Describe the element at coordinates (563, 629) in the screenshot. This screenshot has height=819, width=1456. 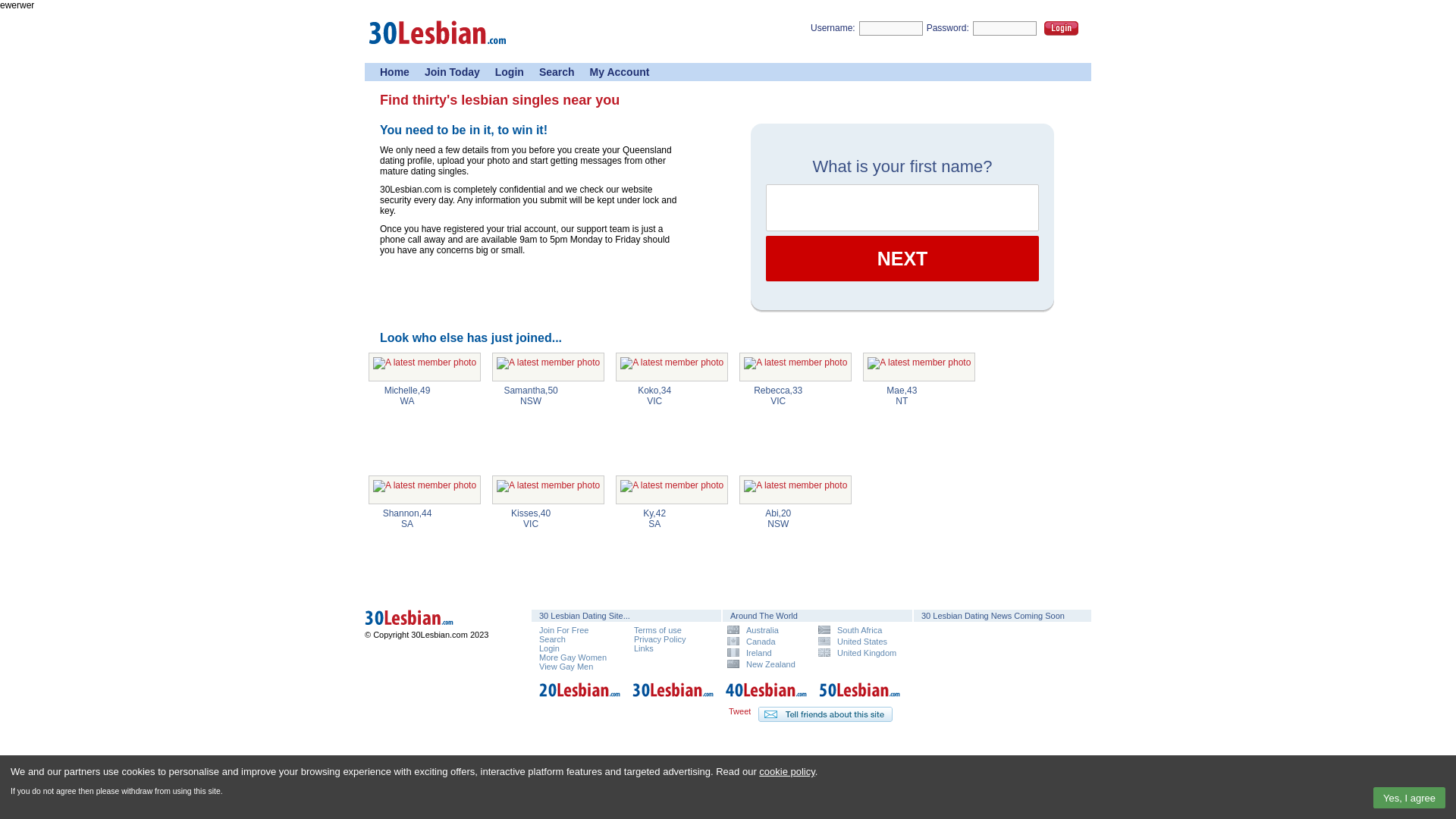
I see `'Join For Free'` at that location.